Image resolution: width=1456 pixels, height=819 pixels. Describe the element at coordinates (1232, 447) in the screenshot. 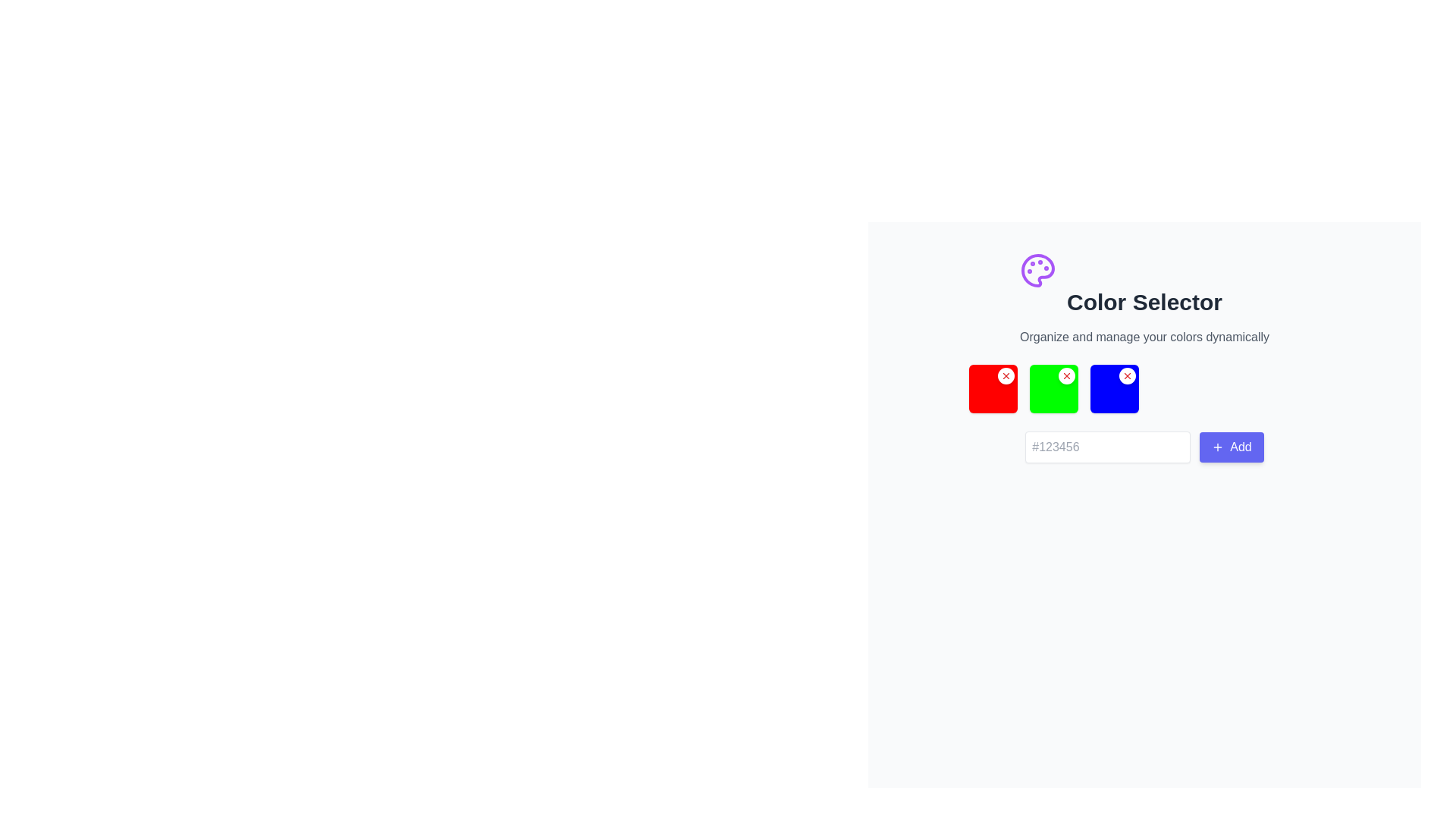

I see `the blue 'Add' button with a '+' icon located to the right of the input field labeled '#123456'` at that location.